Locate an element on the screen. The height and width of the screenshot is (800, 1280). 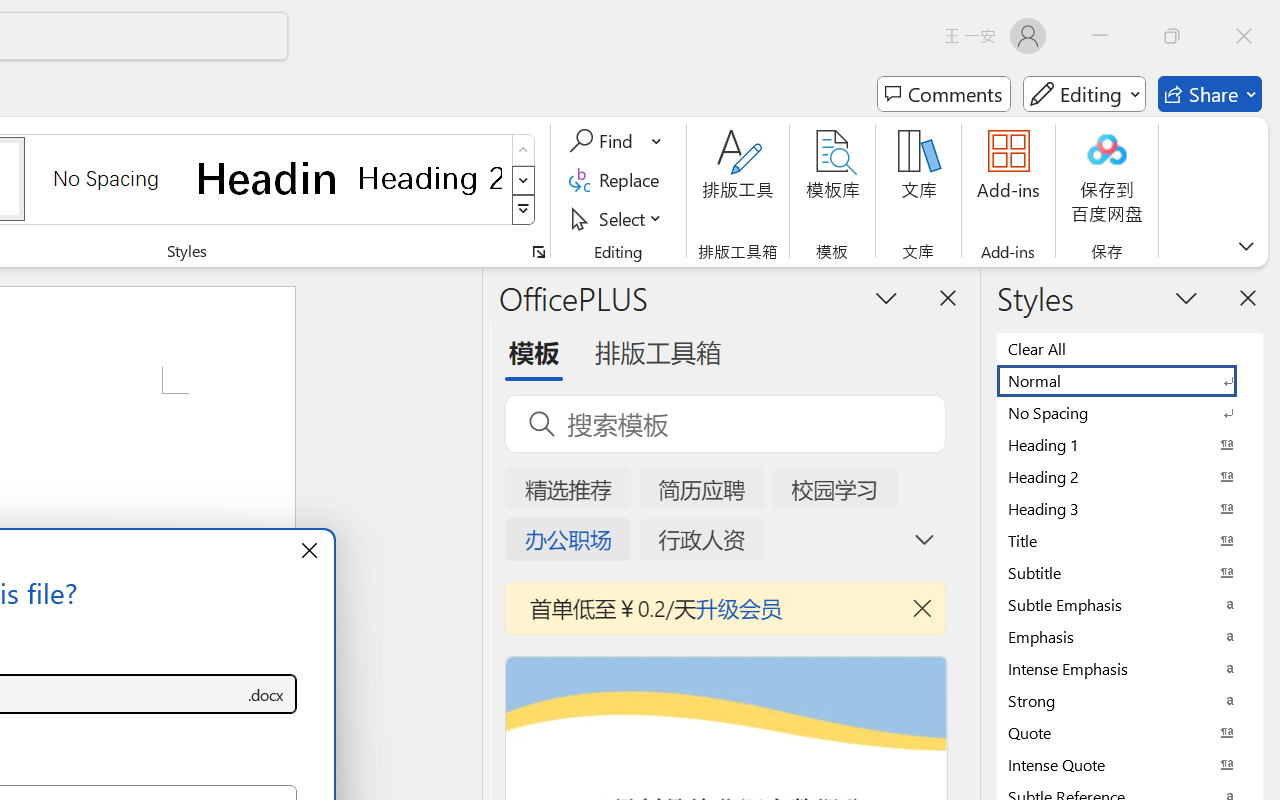
'Find' is located at coordinates (603, 141).